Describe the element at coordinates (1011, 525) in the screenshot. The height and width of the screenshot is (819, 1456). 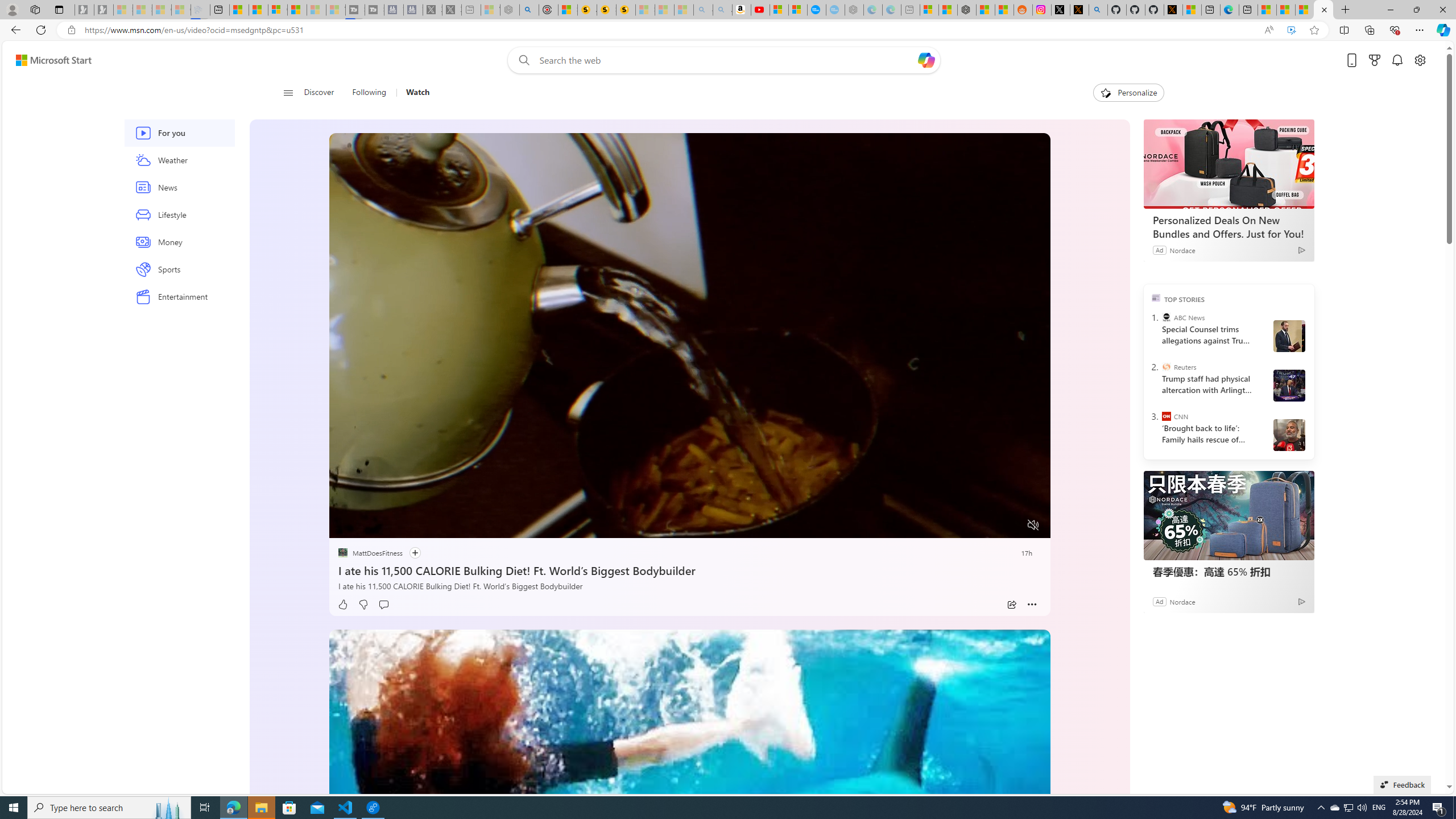
I see `'Fullscreen'` at that location.